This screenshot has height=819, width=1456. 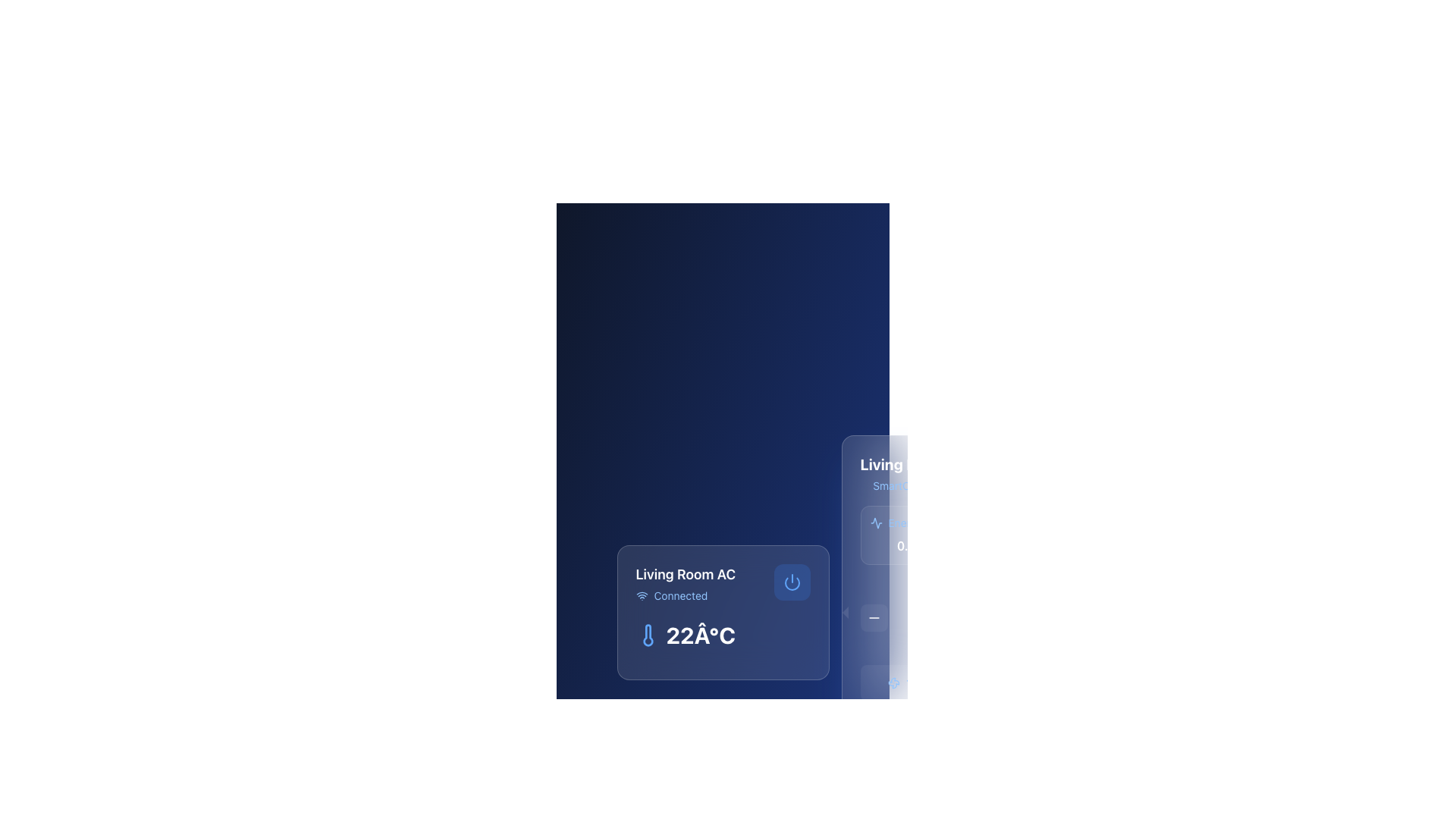 What do you see at coordinates (876, 522) in the screenshot?
I see `the 'Energy Usage' icon located on the leftmost side of the section, which visually represents energy usage context` at bounding box center [876, 522].